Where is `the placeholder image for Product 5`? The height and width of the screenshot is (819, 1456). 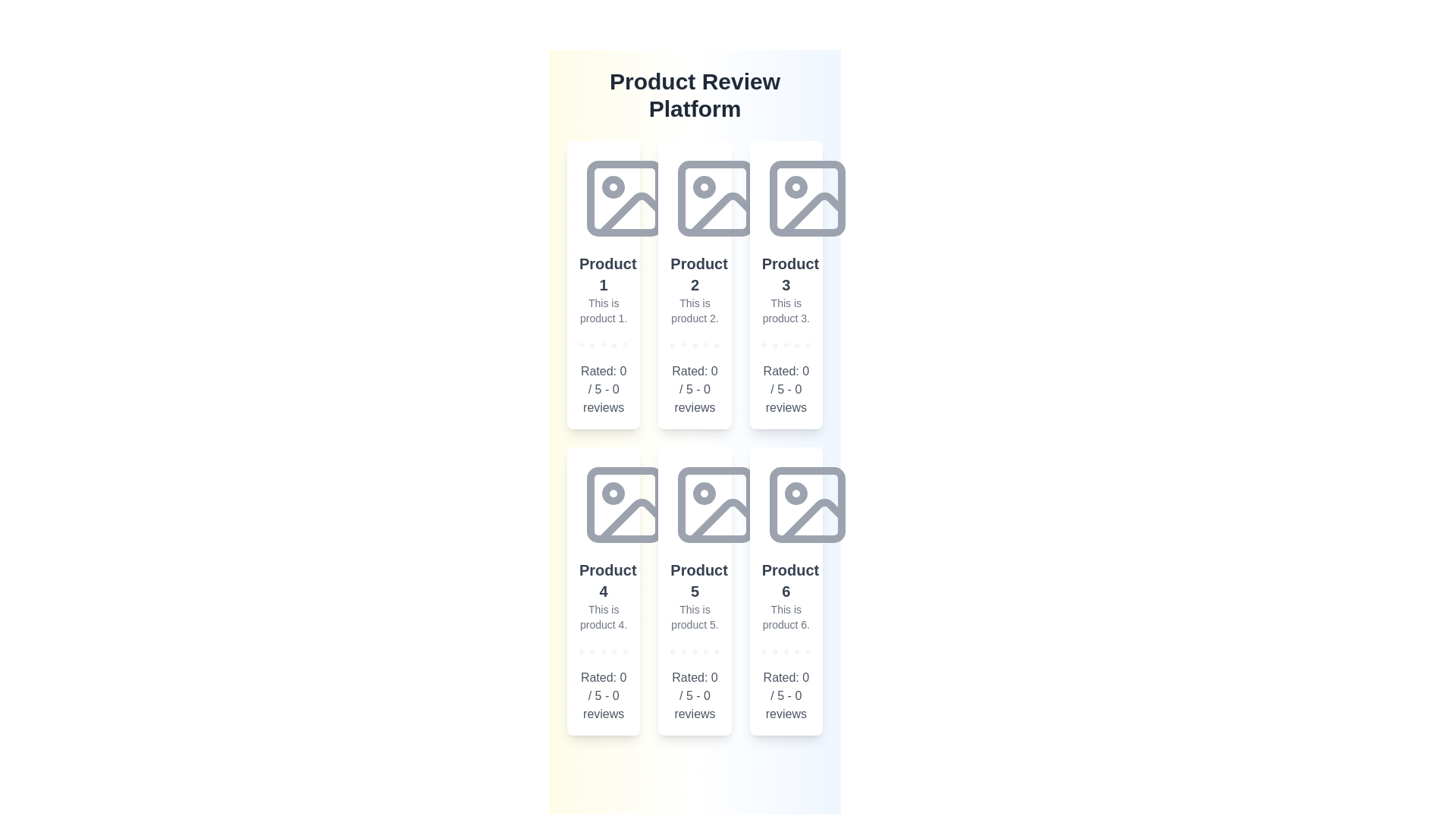
the placeholder image for Product 5 is located at coordinates (715, 505).